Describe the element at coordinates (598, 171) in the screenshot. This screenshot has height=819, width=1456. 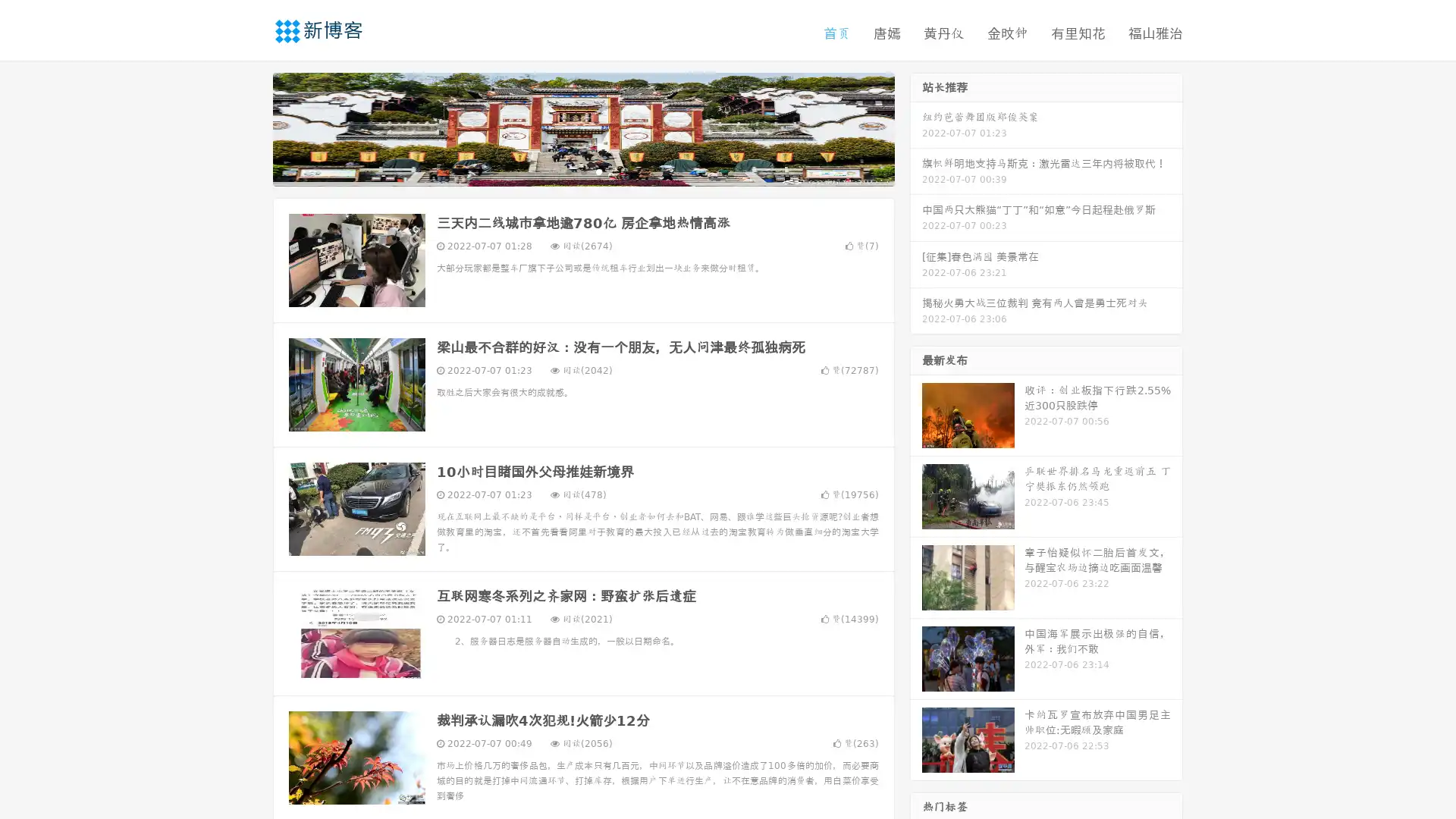
I see `Go to slide 3` at that location.